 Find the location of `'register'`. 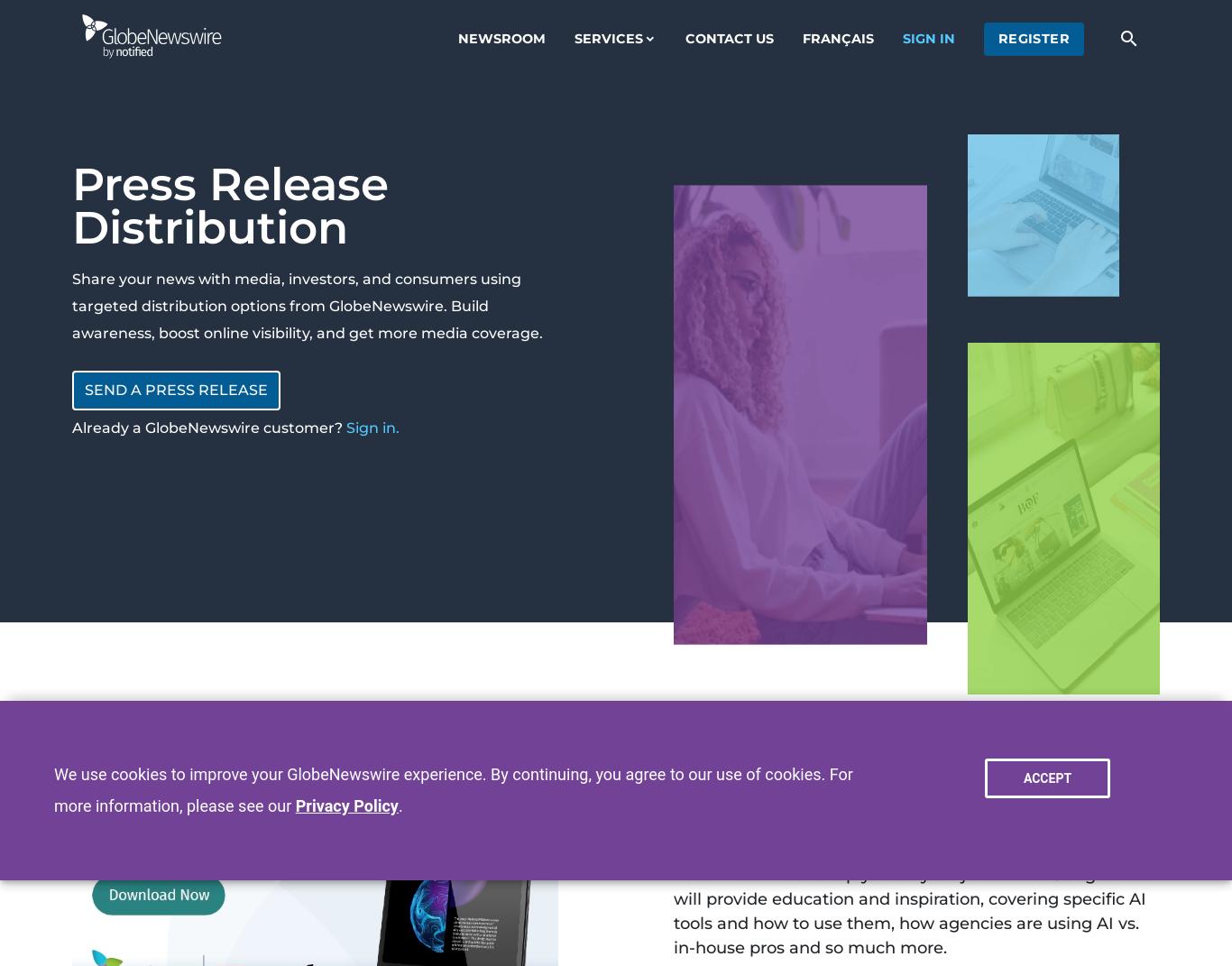

'register' is located at coordinates (1033, 36).